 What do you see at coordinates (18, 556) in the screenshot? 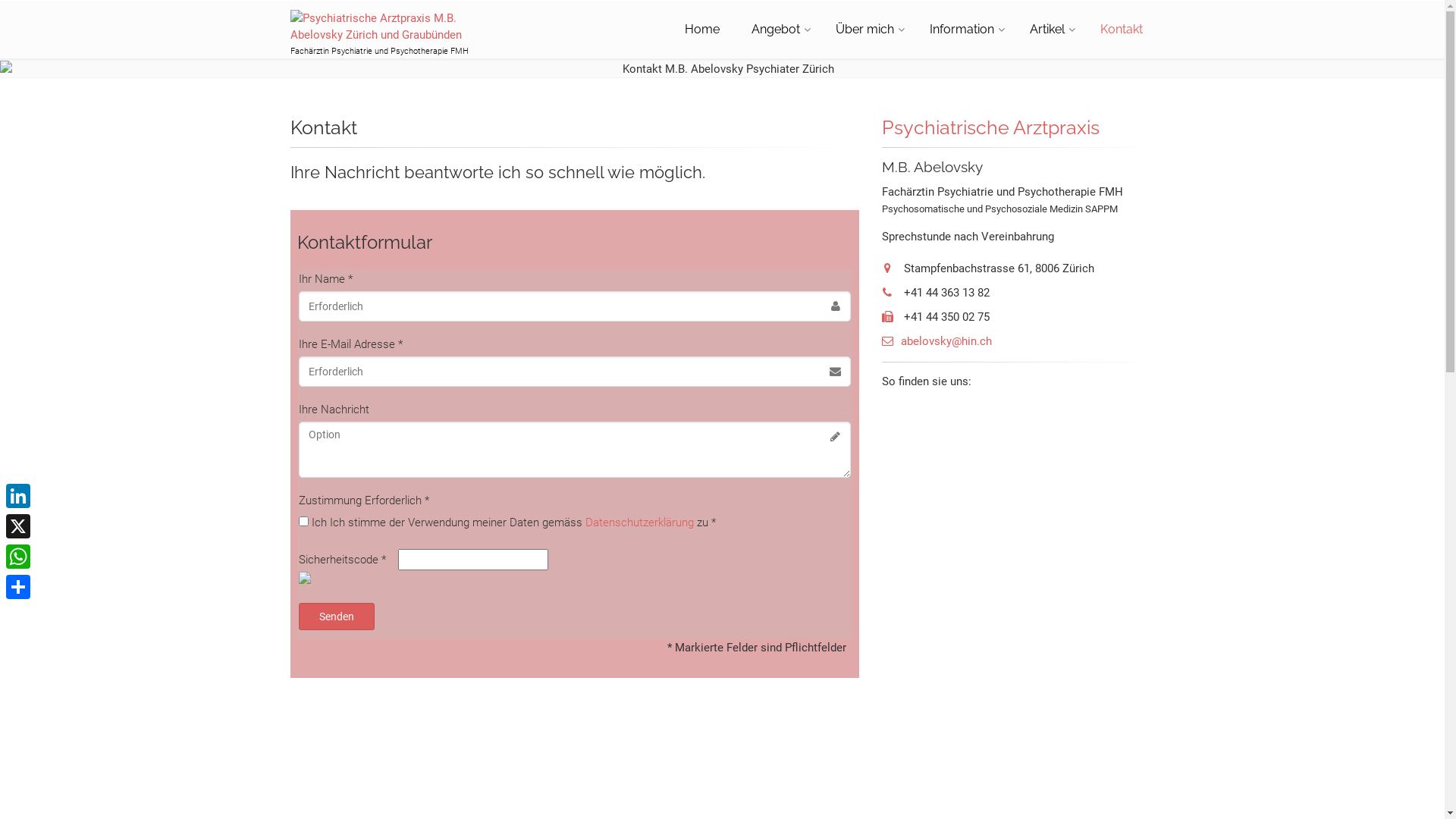
I see `'WhatsApp'` at bounding box center [18, 556].